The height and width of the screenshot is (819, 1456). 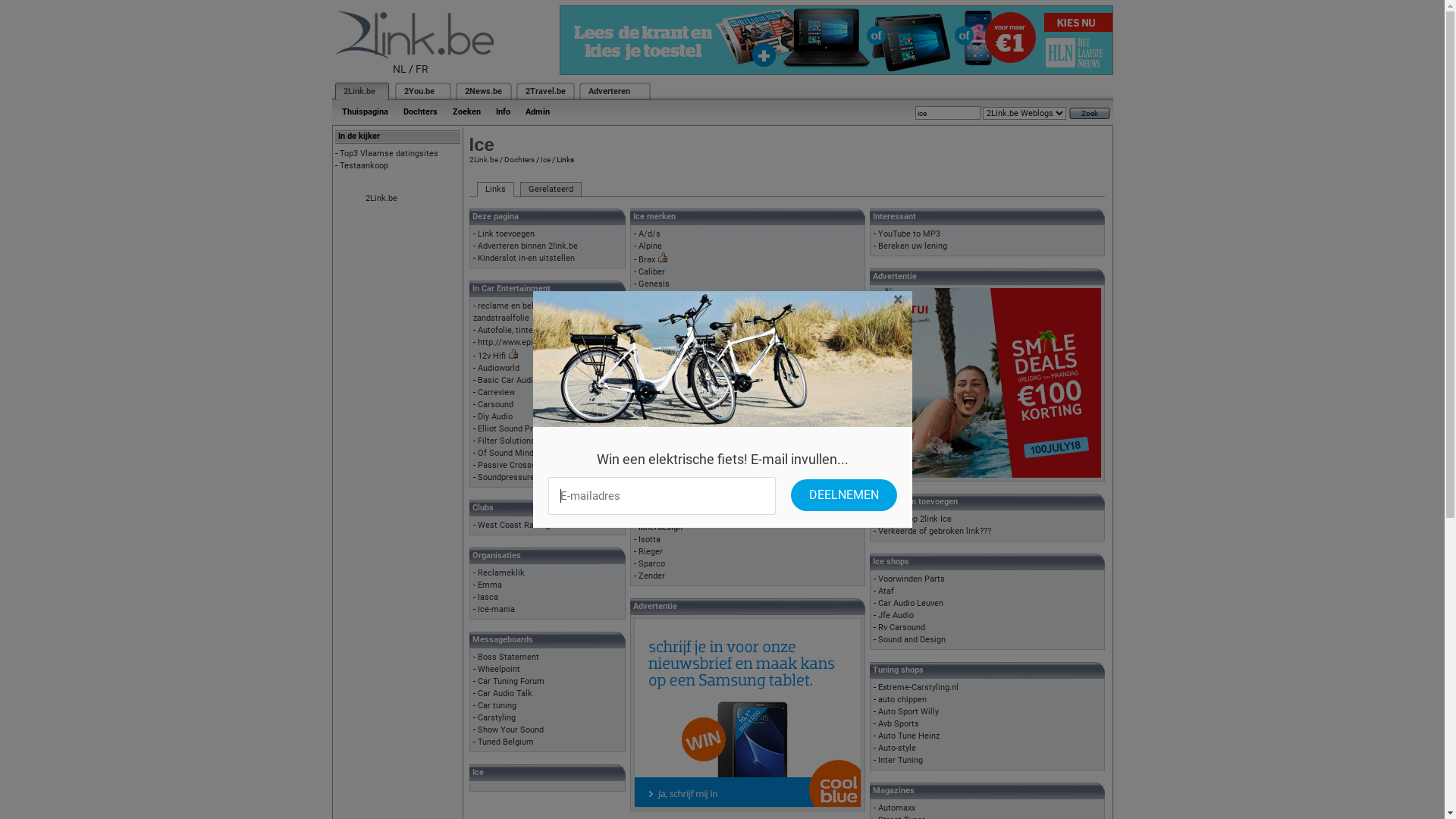 I want to click on 'Brax', so click(x=647, y=259).